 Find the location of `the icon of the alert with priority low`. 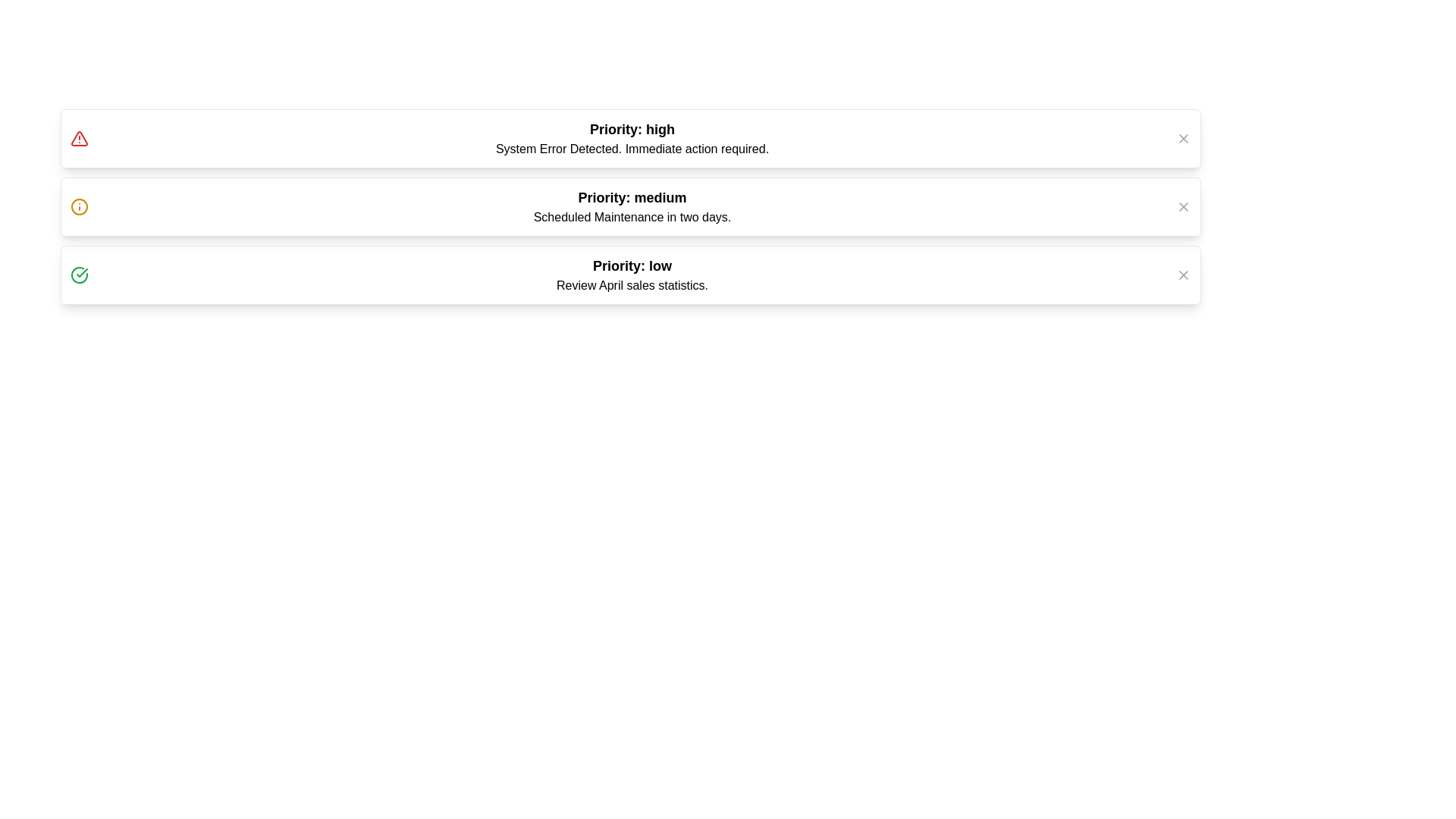

the icon of the alert with priority low is located at coordinates (79, 275).